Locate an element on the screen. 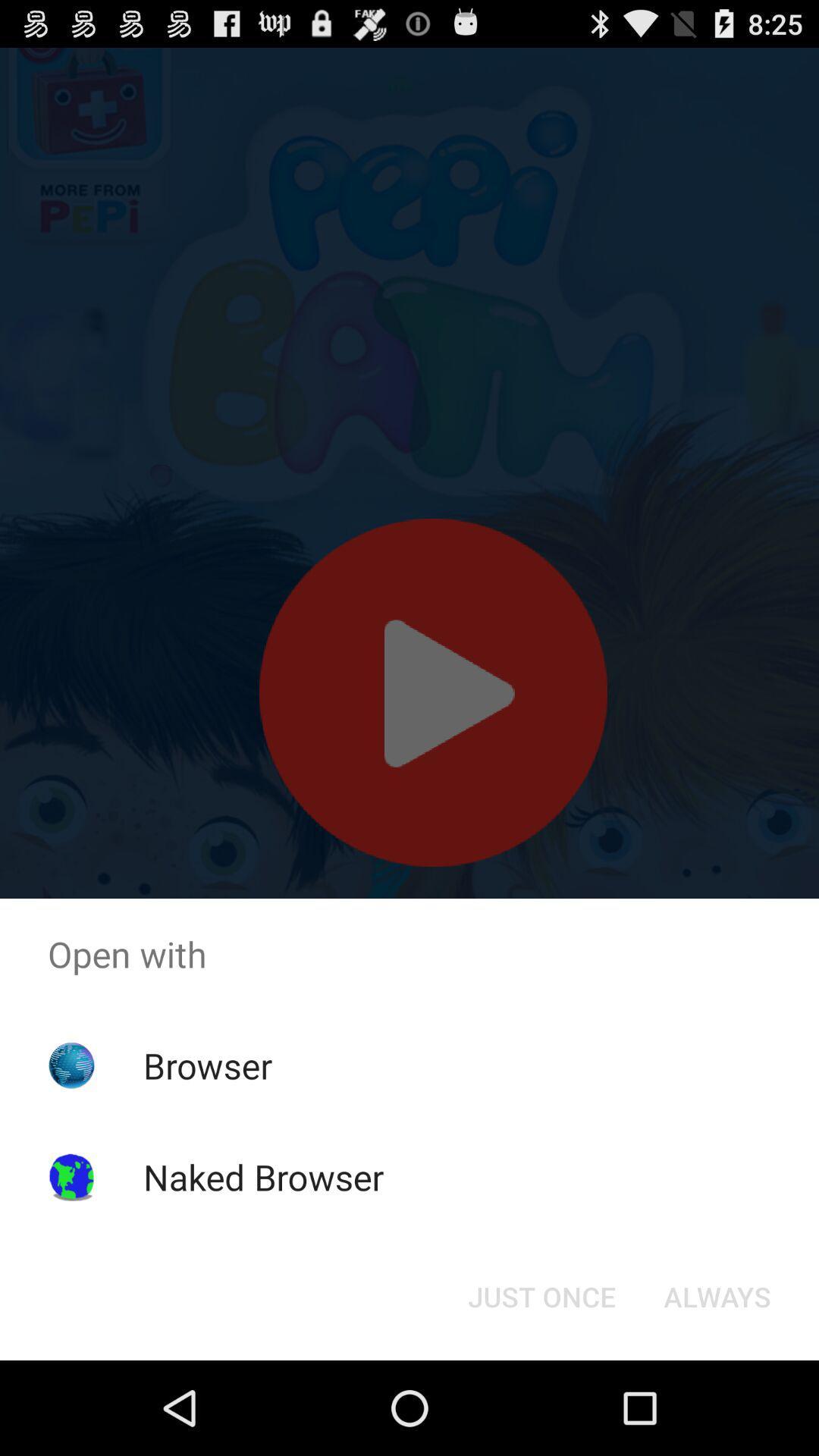  the always is located at coordinates (717, 1295).